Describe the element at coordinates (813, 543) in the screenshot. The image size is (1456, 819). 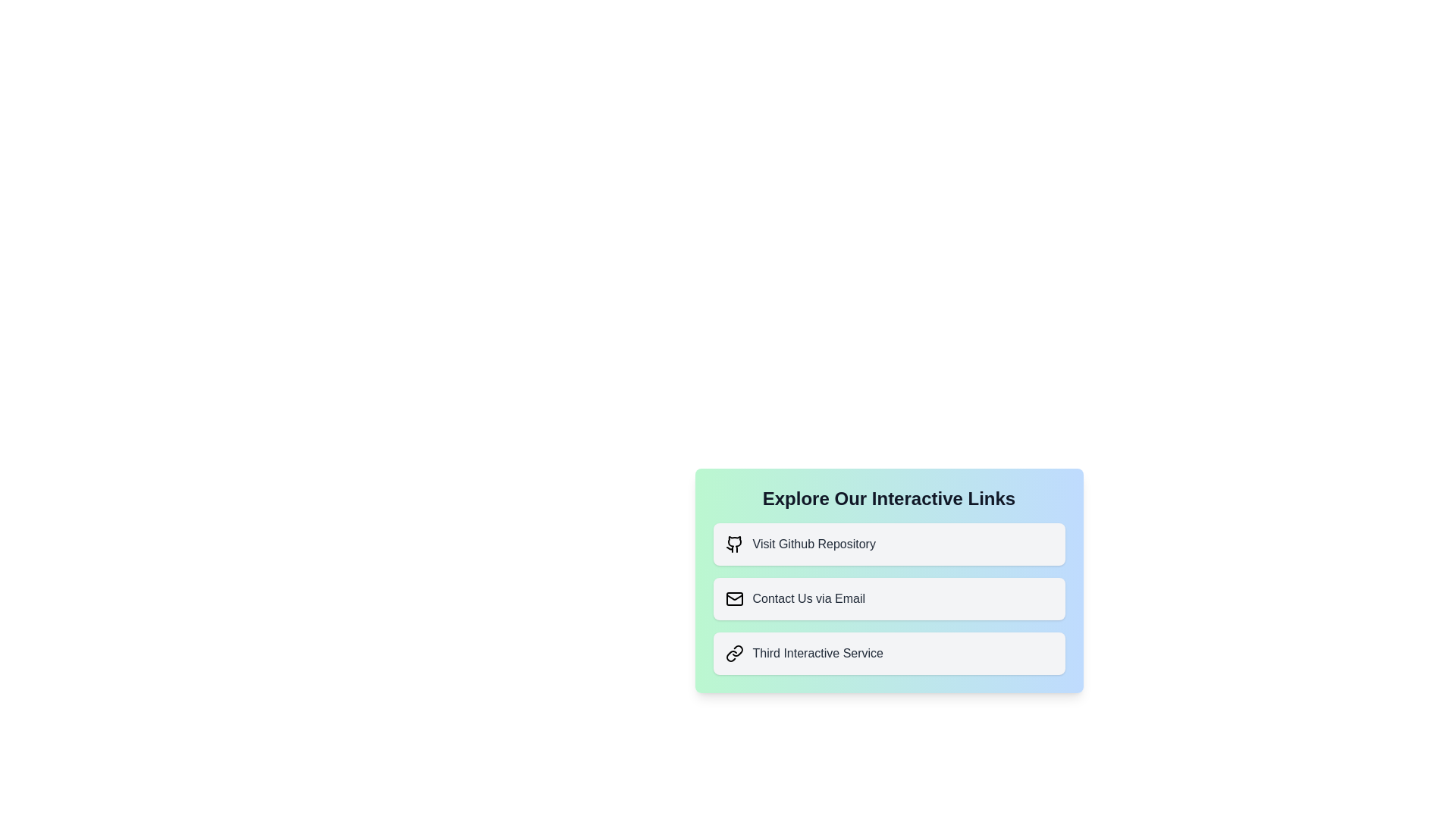
I see `the text label stating 'Visit Github Repository' which is styled in medium-weight dark gray font and is centrally located in the first interactive link of the 'Explore Our Interactive Links' section` at that location.